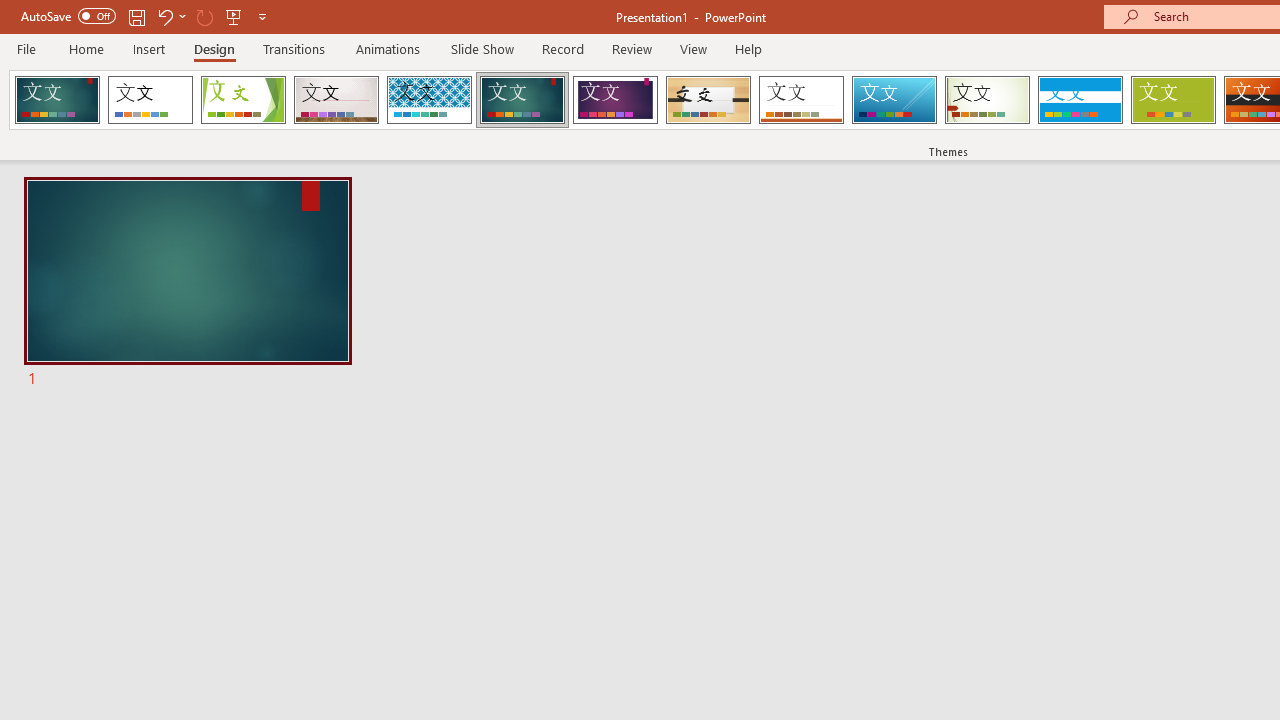 This screenshot has width=1280, height=720. Describe the element at coordinates (893, 100) in the screenshot. I see `'Slice Loading Preview...'` at that location.